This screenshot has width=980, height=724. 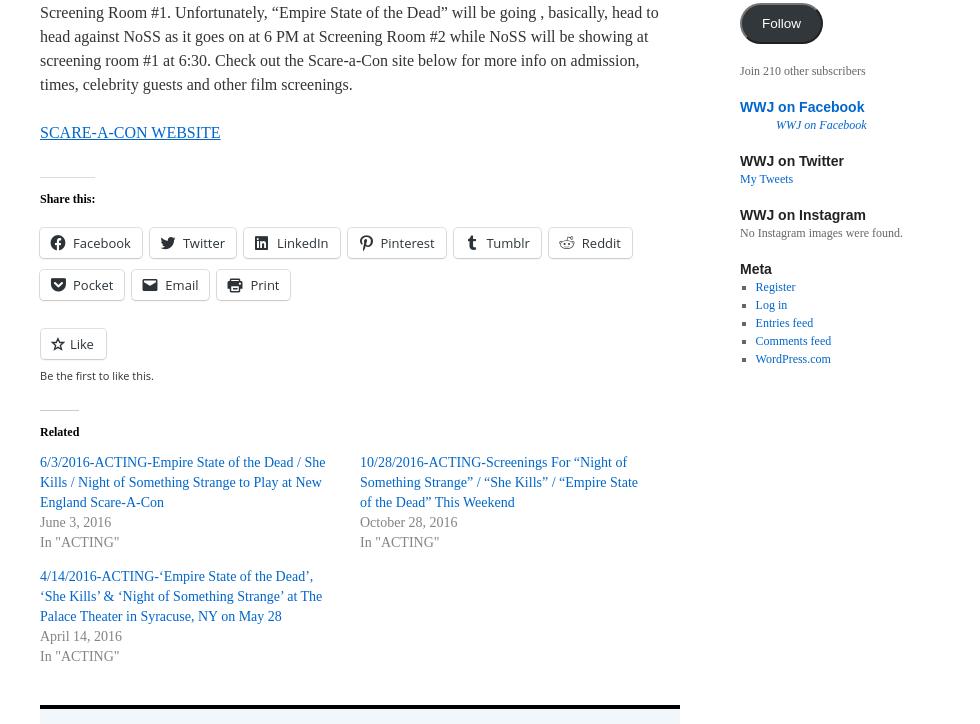 What do you see at coordinates (203, 242) in the screenshot?
I see `'Twitter'` at bounding box center [203, 242].